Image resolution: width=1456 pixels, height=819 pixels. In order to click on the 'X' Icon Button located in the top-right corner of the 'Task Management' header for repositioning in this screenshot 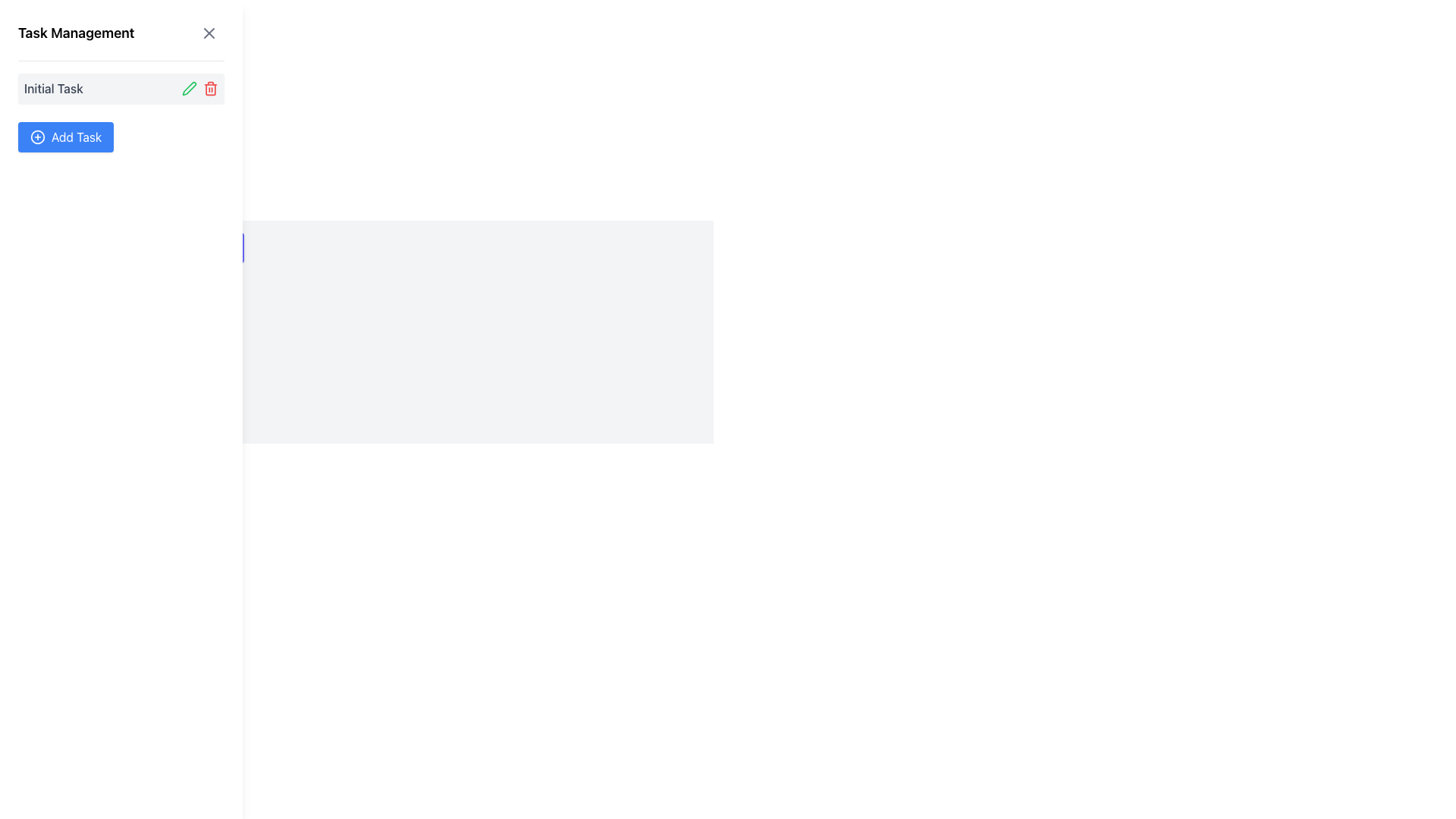, I will do `click(208, 33)`.